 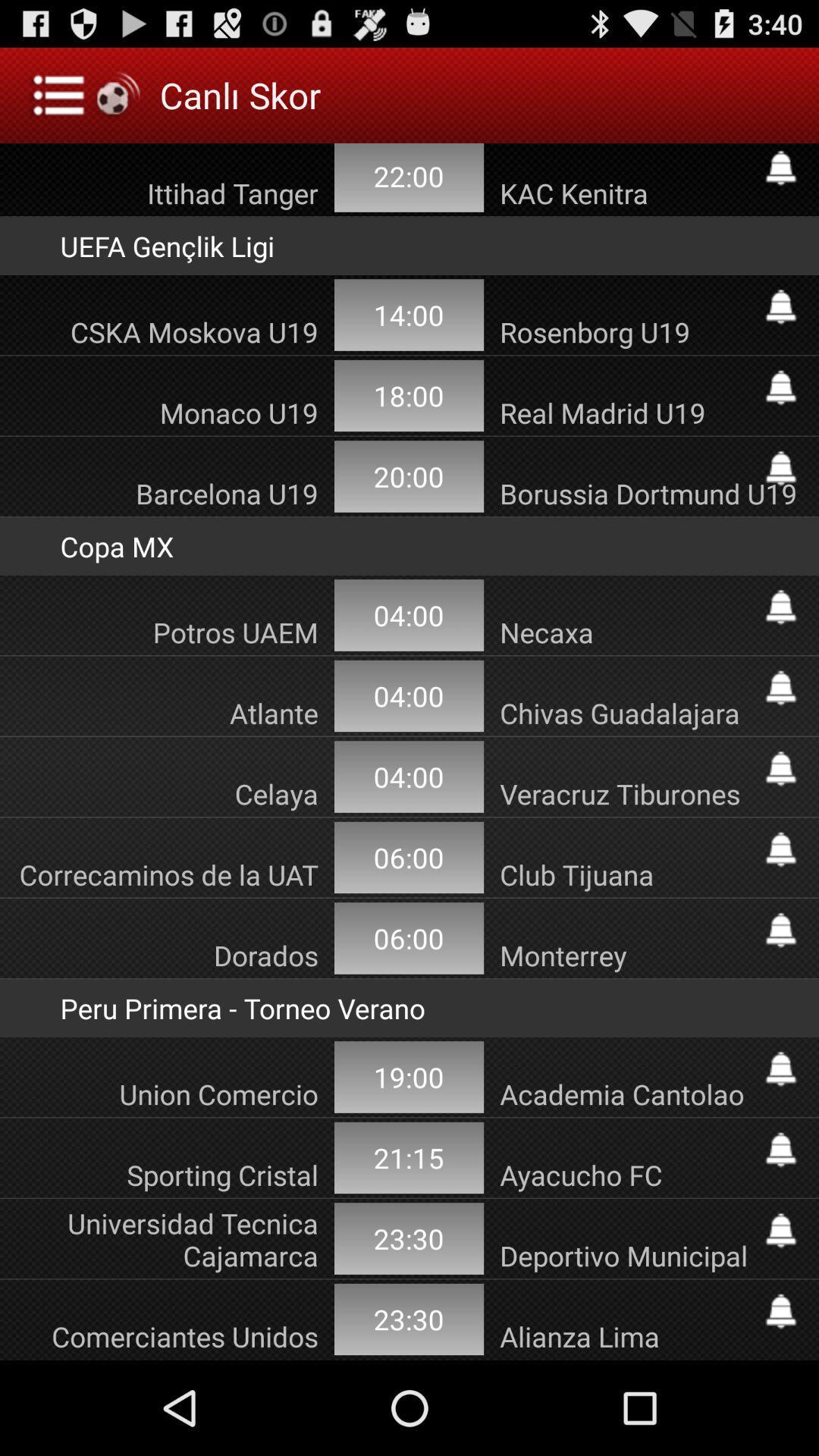 What do you see at coordinates (780, 849) in the screenshot?
I see `alert option` at bounding box center [780, 849].